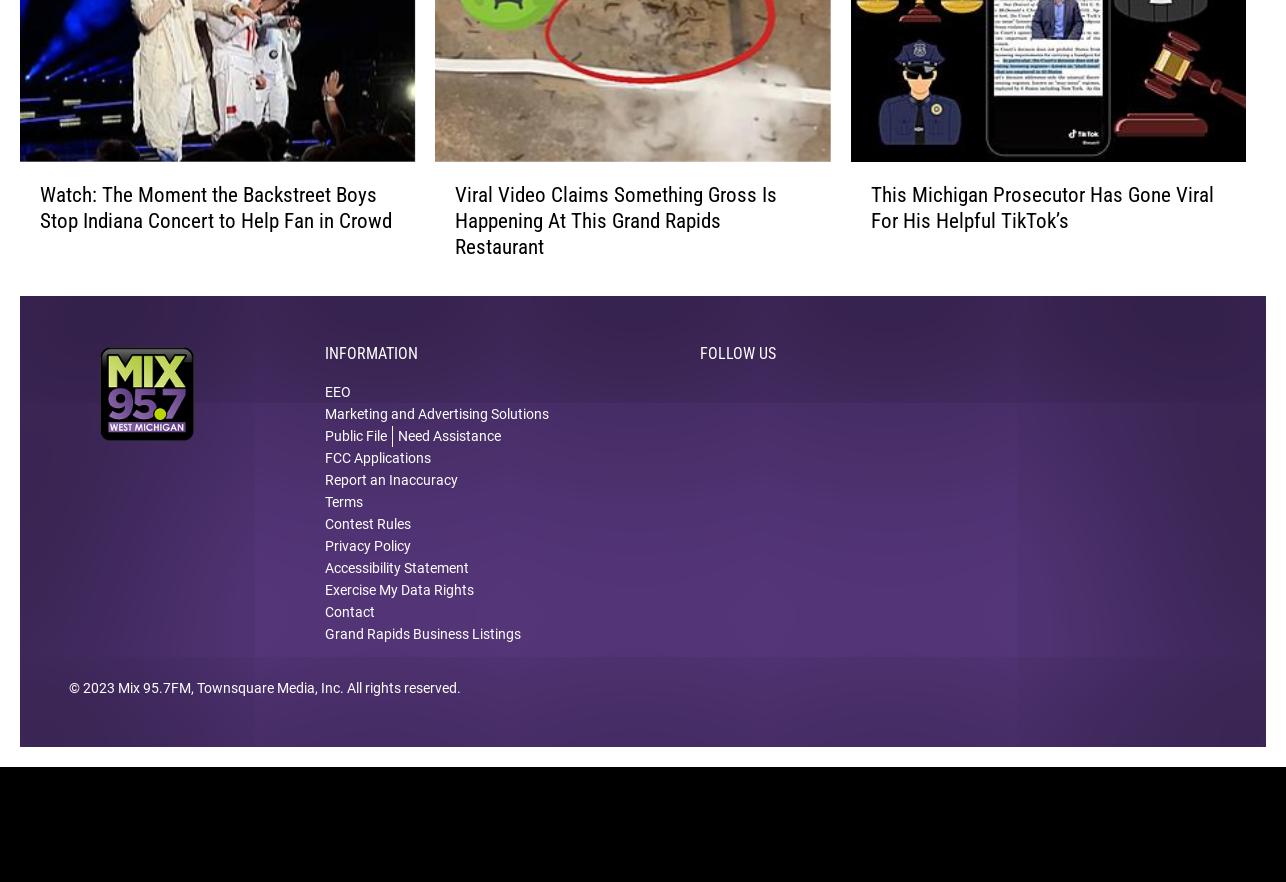 The height and width of the screenshot is (882, 1286). Describe the element at coordinates (435, 439) in the screenshot. I see `'Marketing and Advertising Solutions'` at that location.